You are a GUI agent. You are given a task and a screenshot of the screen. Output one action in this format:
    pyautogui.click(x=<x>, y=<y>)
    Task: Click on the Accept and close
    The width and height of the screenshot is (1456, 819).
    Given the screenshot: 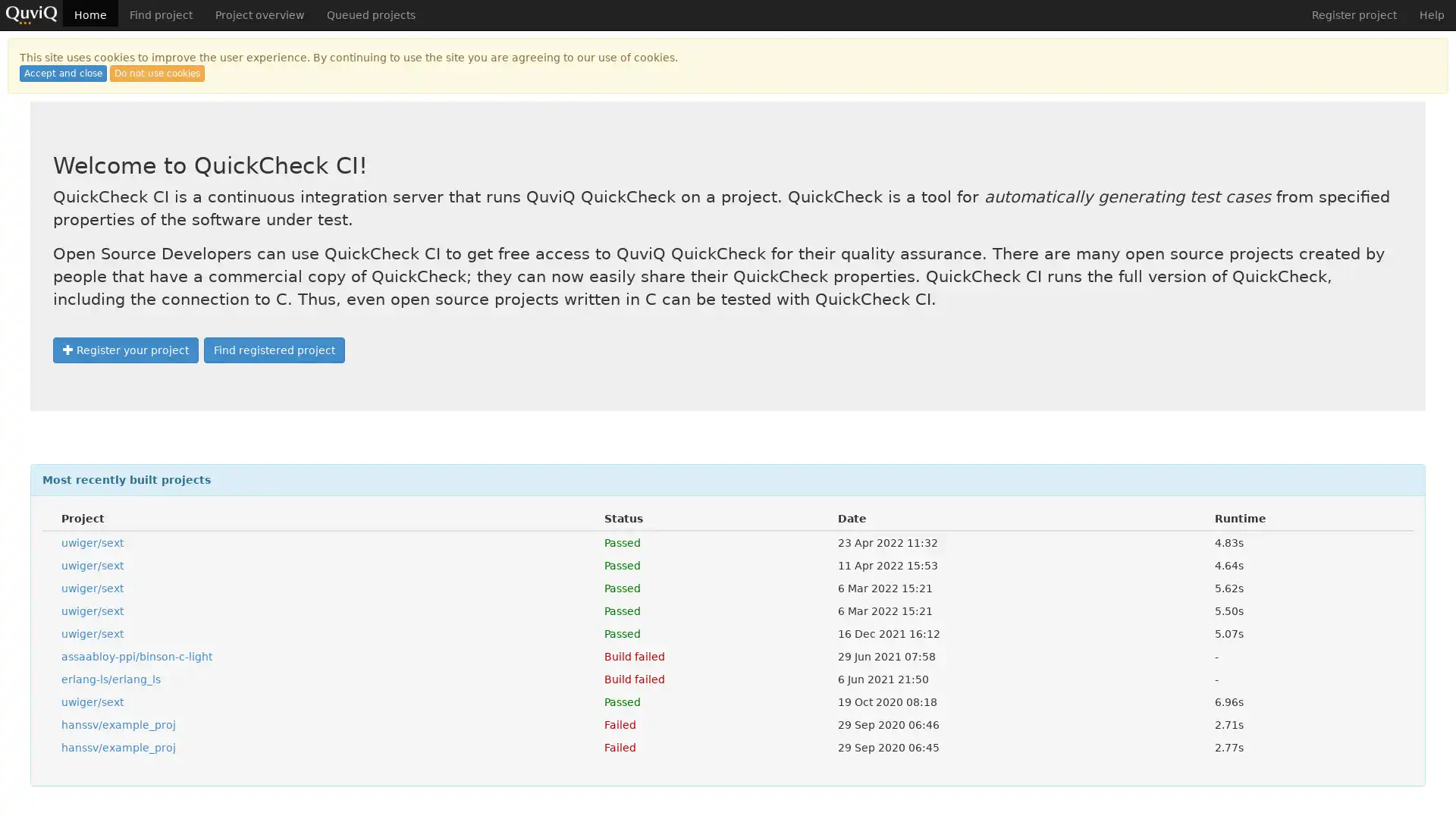 What is the action you would take?
    pyautogui.click(x=62, y=73)
    